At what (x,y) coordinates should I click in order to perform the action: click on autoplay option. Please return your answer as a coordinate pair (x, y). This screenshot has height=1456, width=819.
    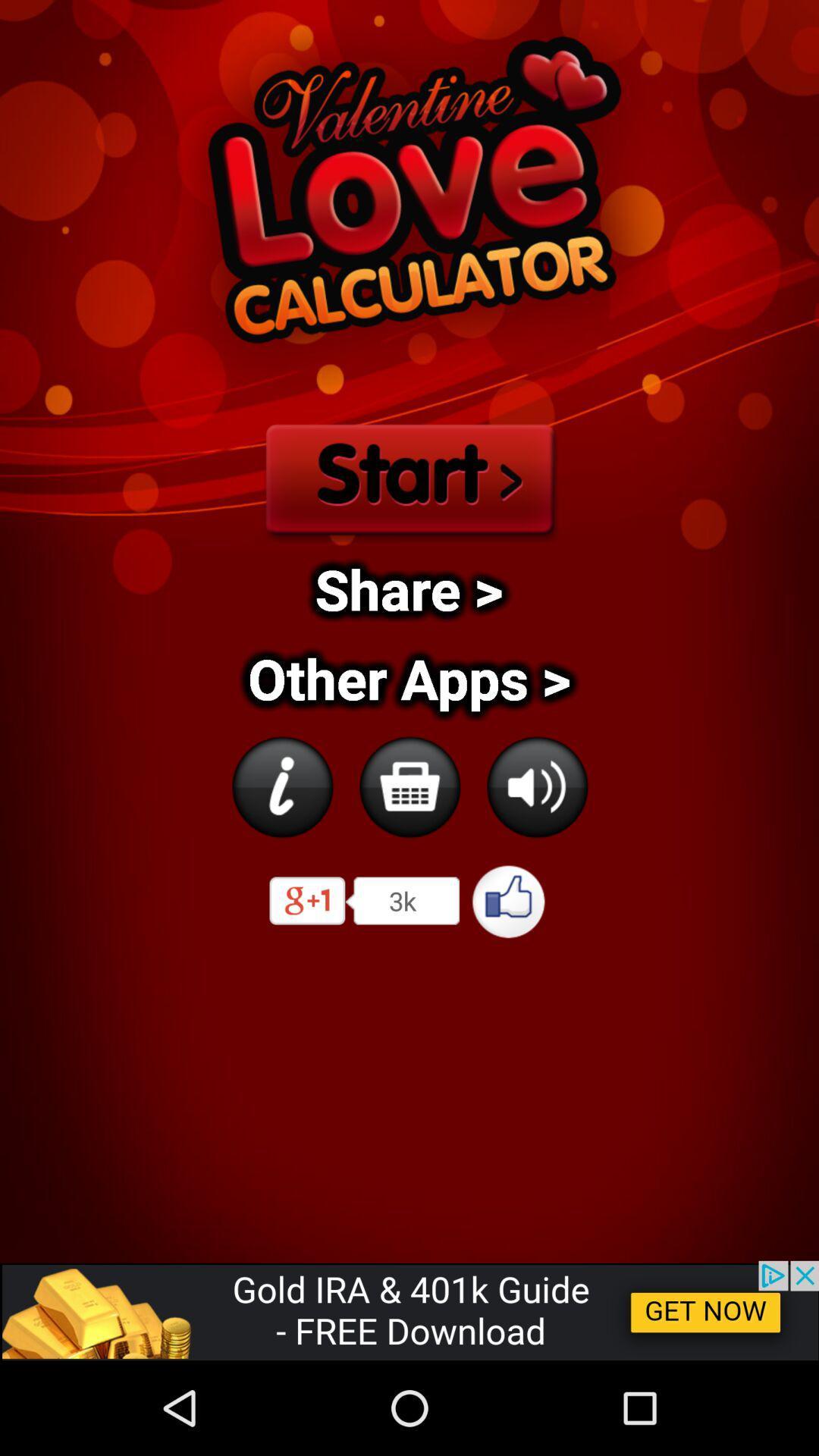
    Looking at the image, I should click on (281, 786).